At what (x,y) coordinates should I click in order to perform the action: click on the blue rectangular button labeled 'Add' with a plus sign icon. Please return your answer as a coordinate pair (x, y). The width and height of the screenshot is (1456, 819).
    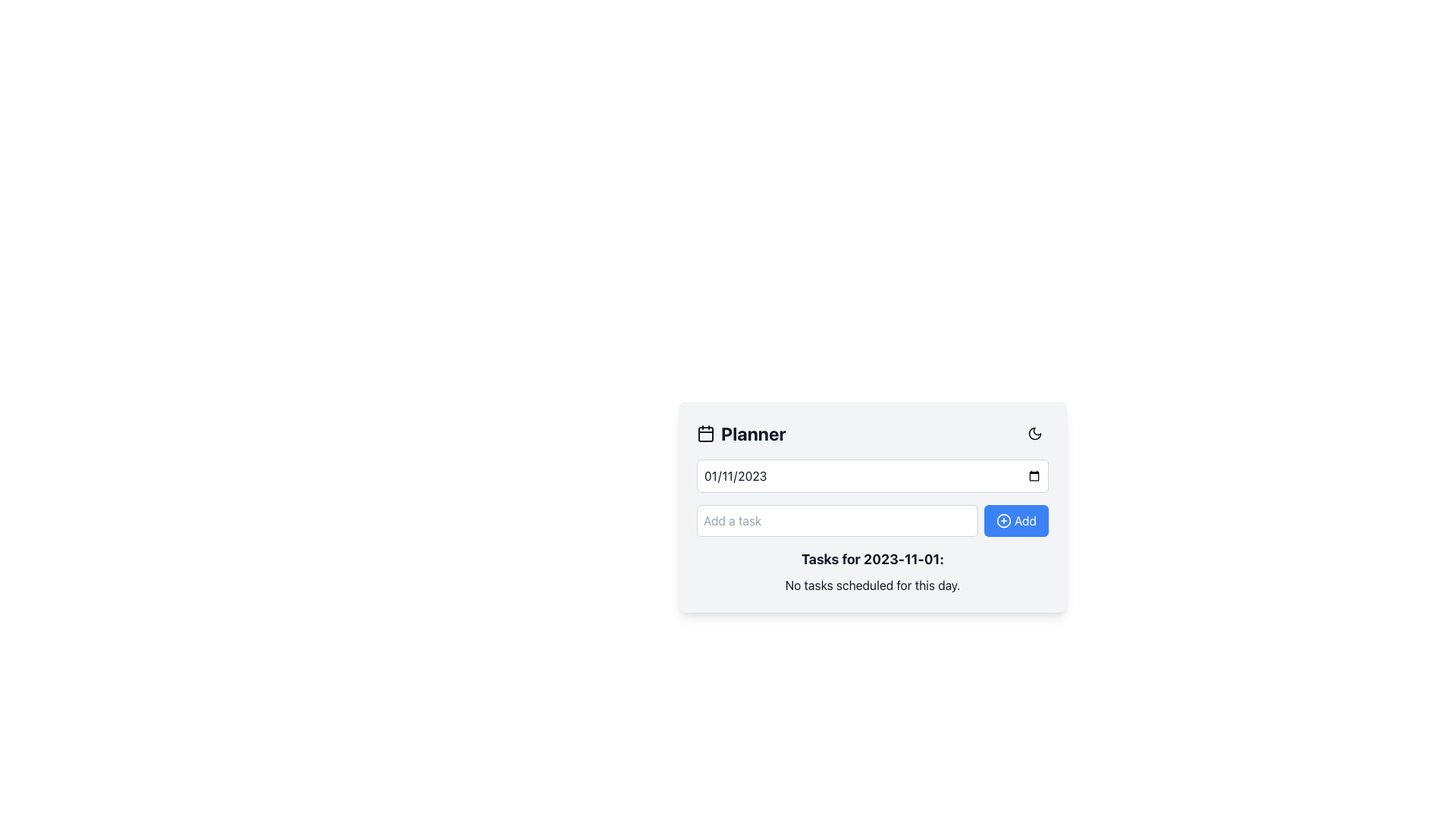
    Looking at the image, I should click on (1016, 519).